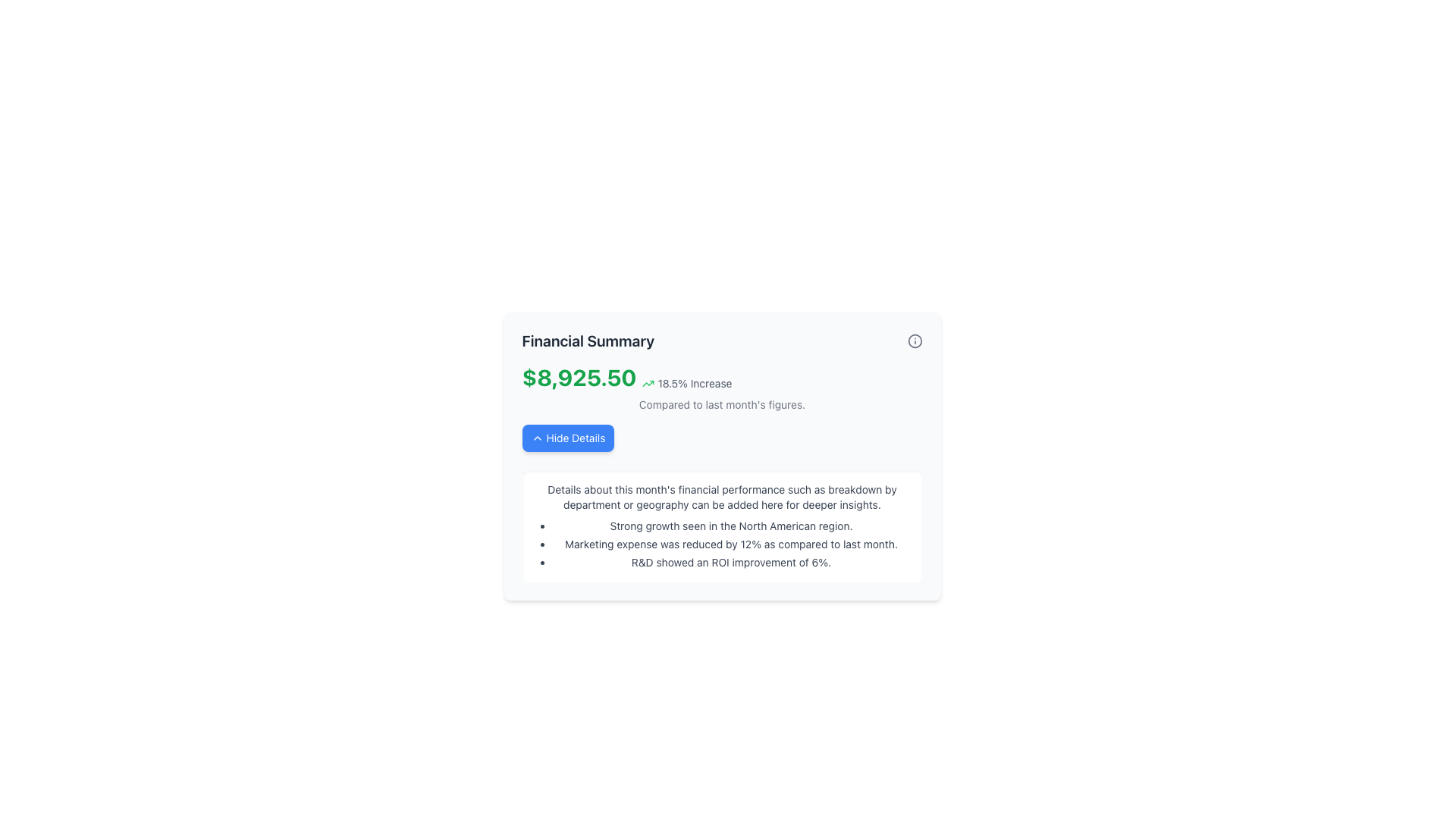  Describe the element at coordinates (731, 562) in the screenshot. I see `third item in the vertically arranged bulleted list that provides performance metrics for the R&D department, located below the statement about marketing expenses` at that location.